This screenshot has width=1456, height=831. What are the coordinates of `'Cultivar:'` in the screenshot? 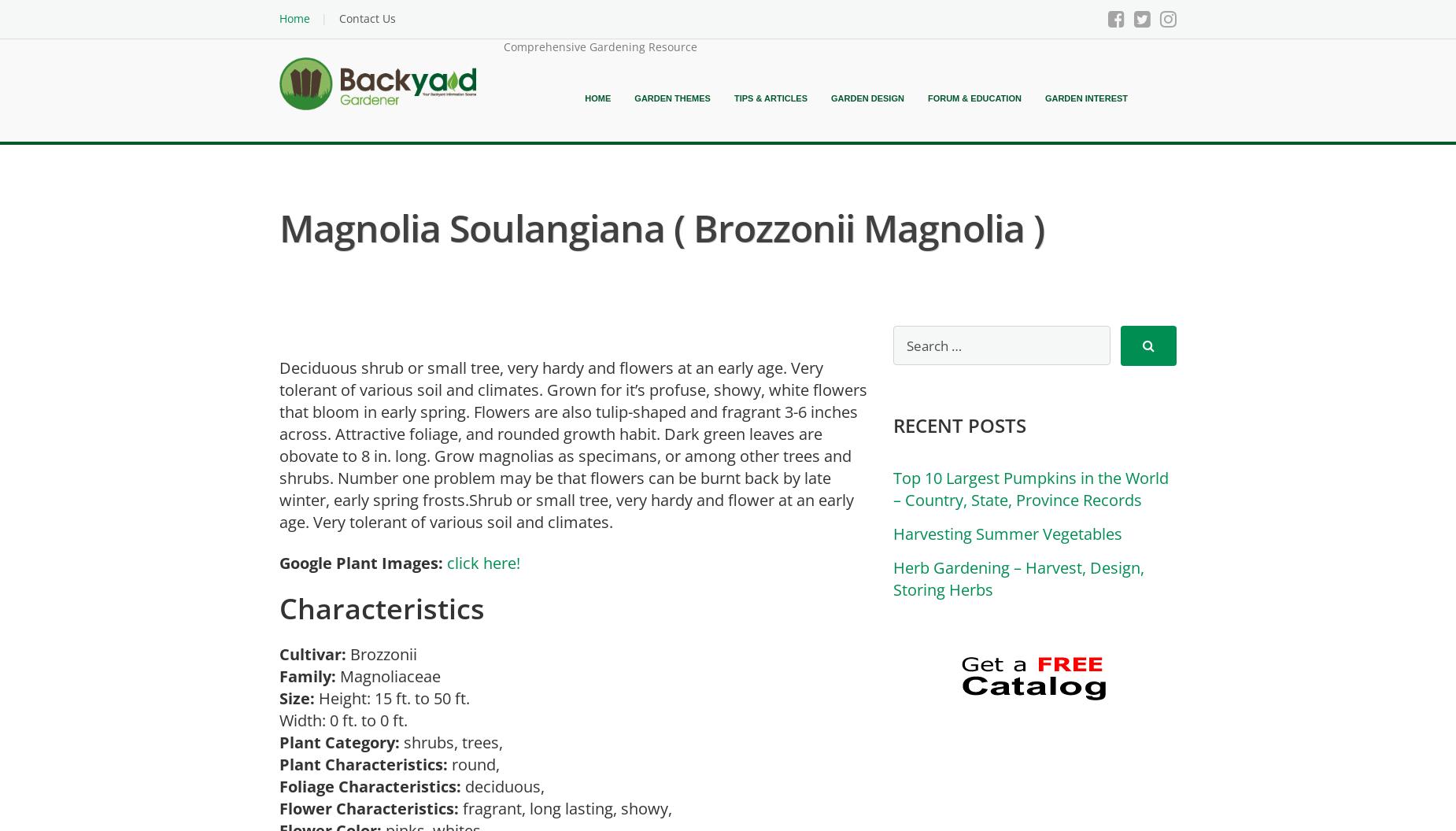 It's located at (313, 653).